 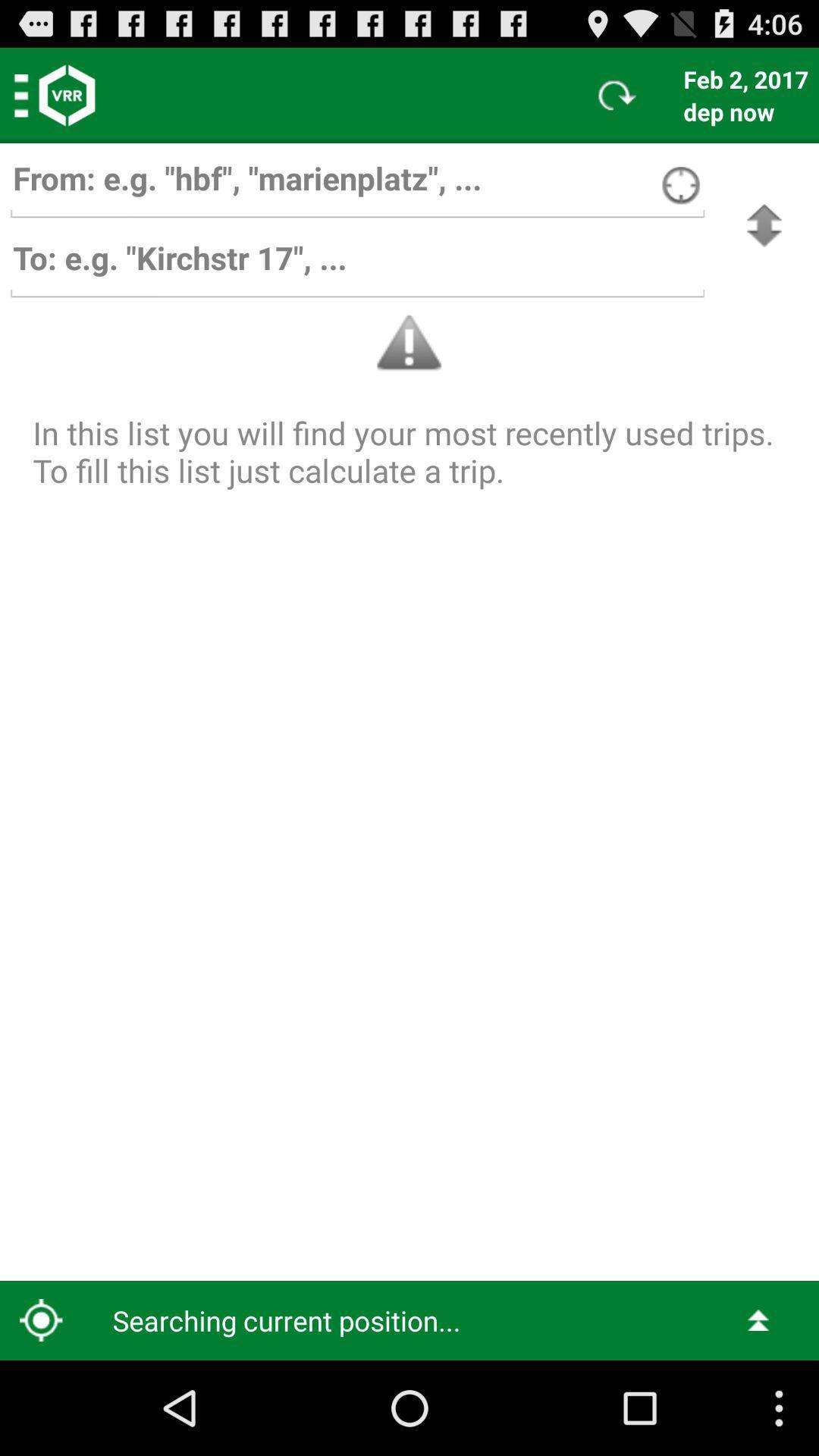 What do you see at coordinates (764, 224) in the screenshot?
I see `app above in this list` at bounding box center [764, 224].